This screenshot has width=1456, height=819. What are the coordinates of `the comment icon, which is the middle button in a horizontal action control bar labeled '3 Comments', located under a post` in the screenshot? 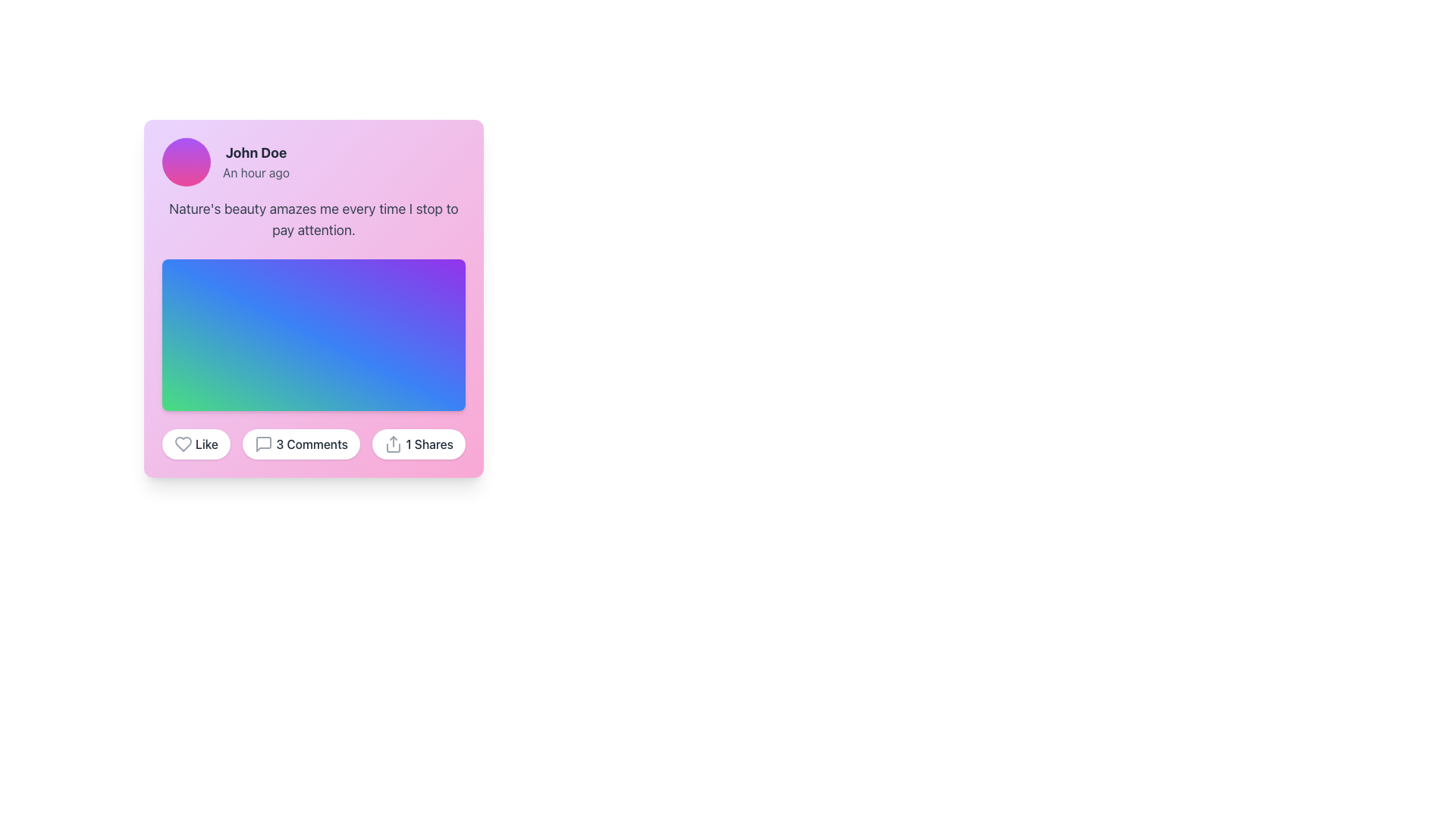 It's located at (264, 444).